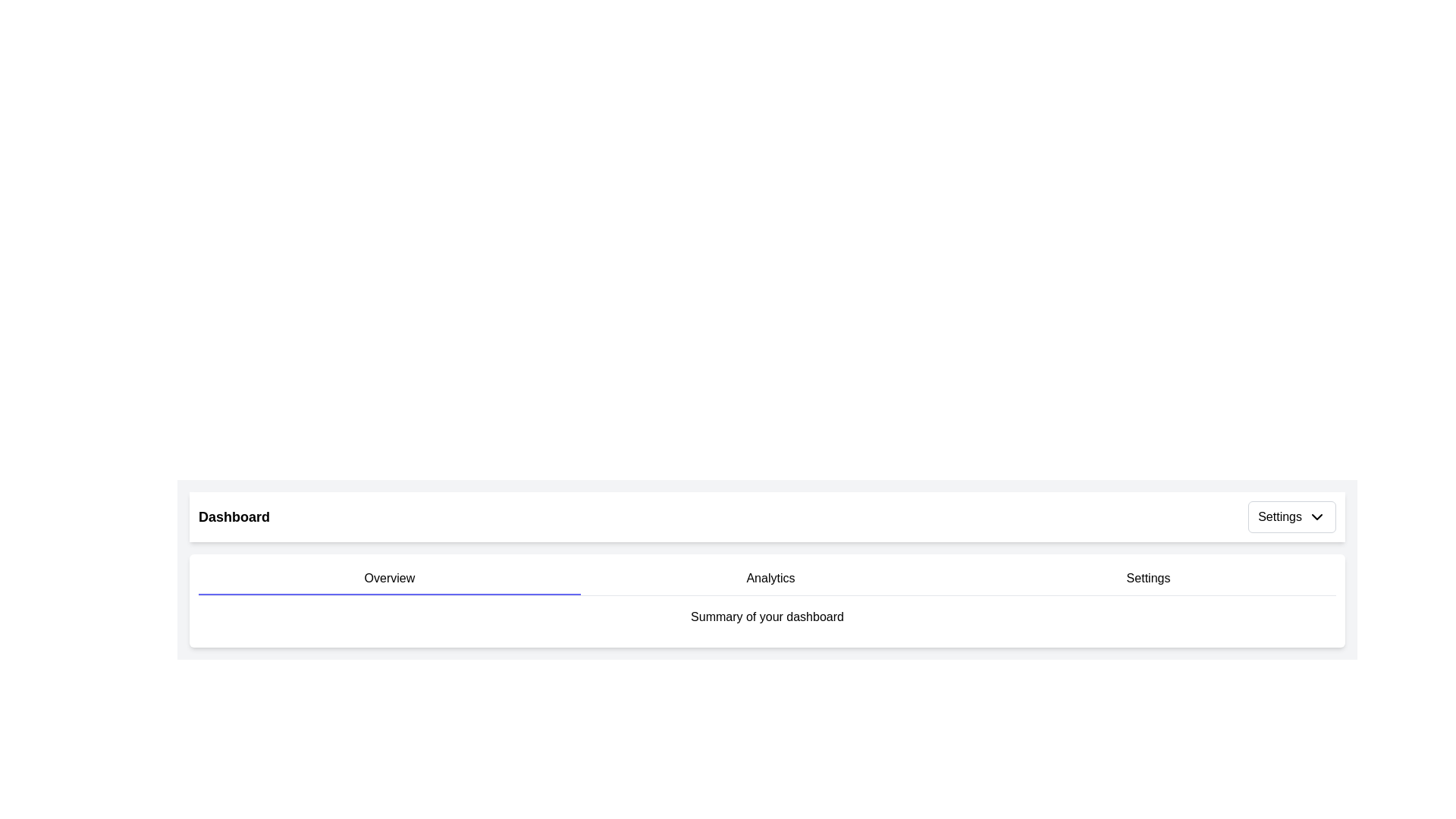  I want to click on the 'Settings' dropdown indicator icon located in the top-right area of the interface, so click(1316, 516).